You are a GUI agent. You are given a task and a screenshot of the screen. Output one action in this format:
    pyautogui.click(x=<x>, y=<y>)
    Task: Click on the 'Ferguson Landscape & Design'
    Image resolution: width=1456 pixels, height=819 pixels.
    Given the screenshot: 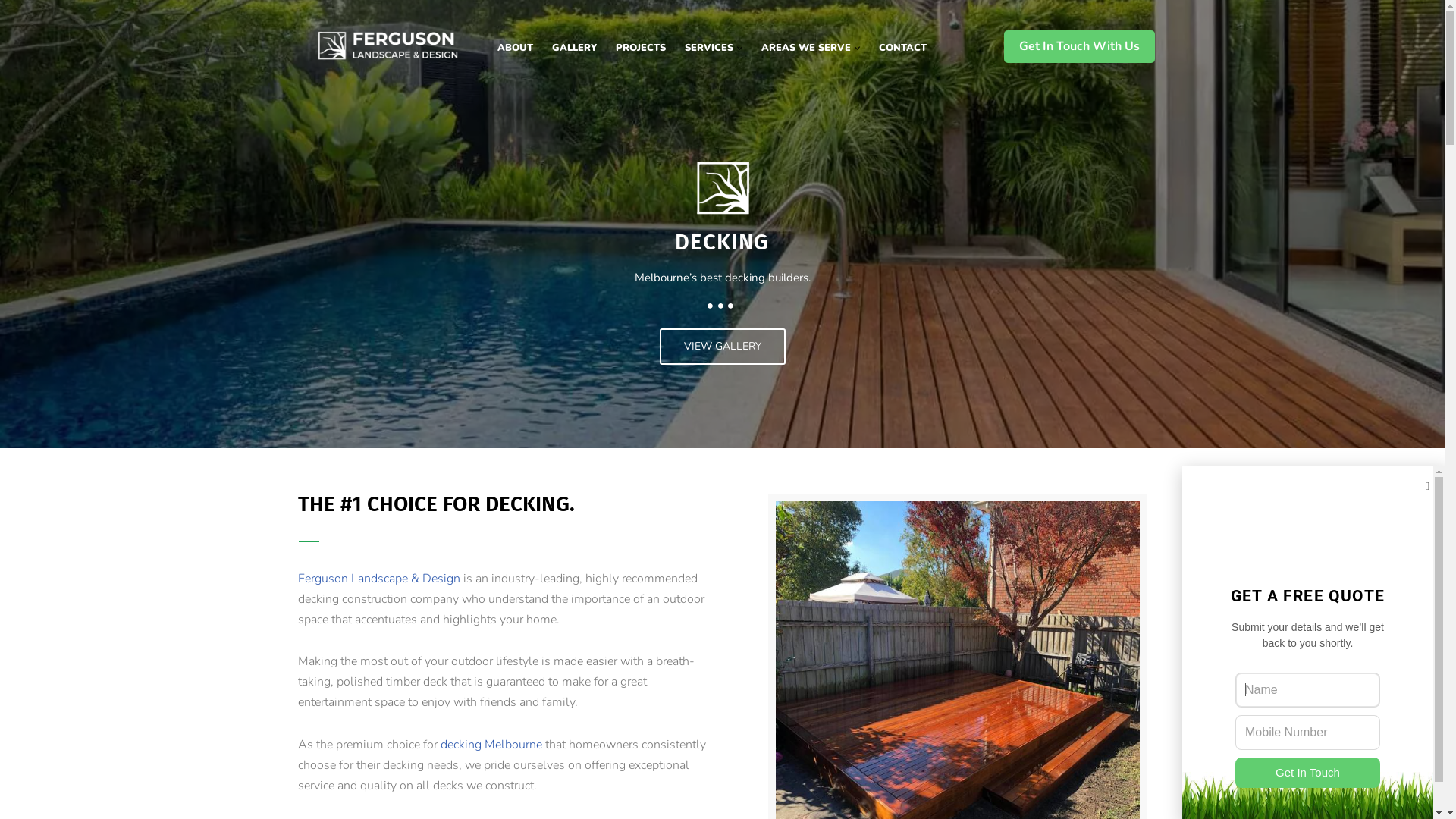 What is the action you would take?
    pyautogui.click(x=297, y=579)
    